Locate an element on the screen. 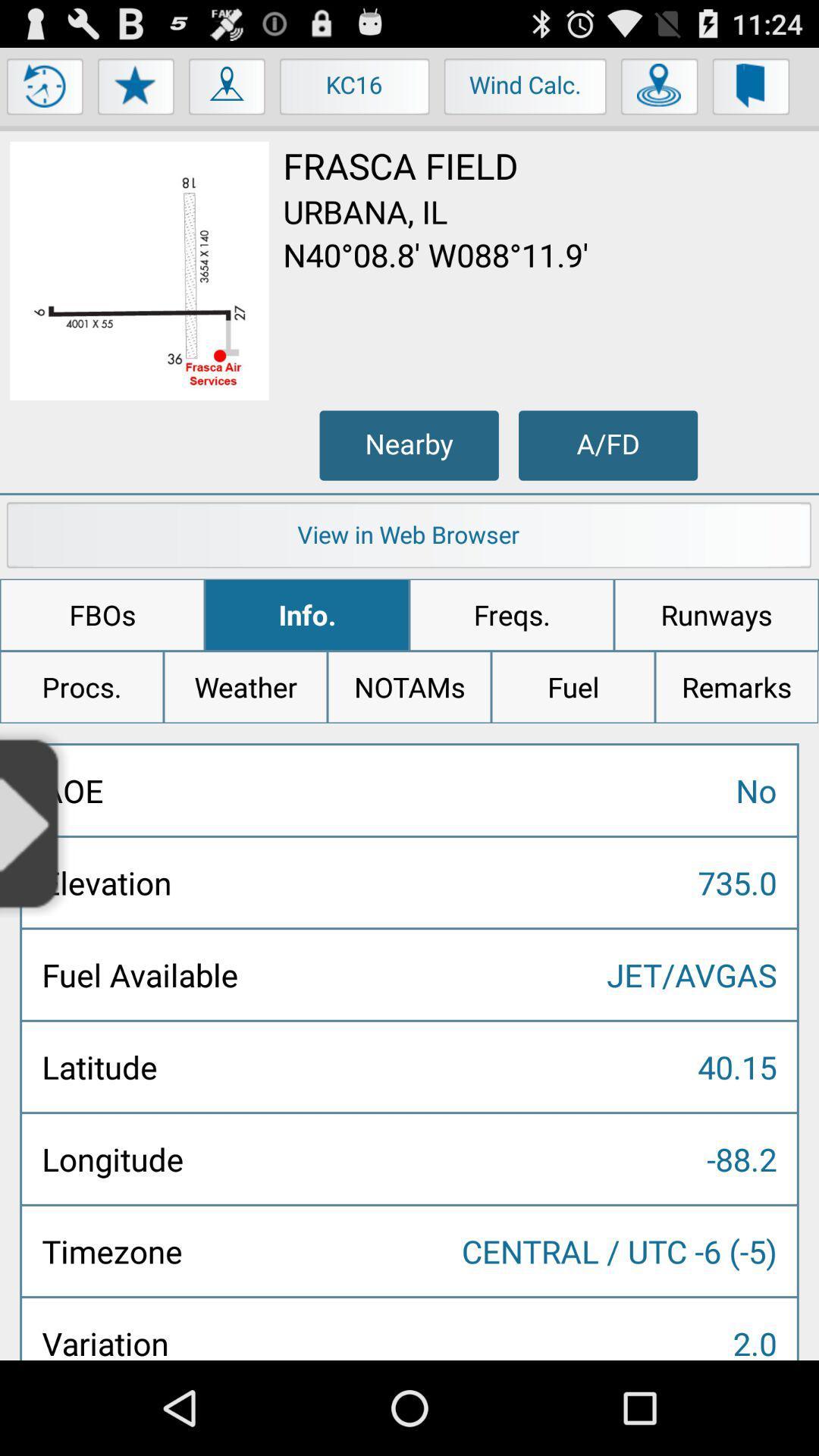 The image size is (819, 1456). the app to the right of weather item is located at coordinates (409, 686).